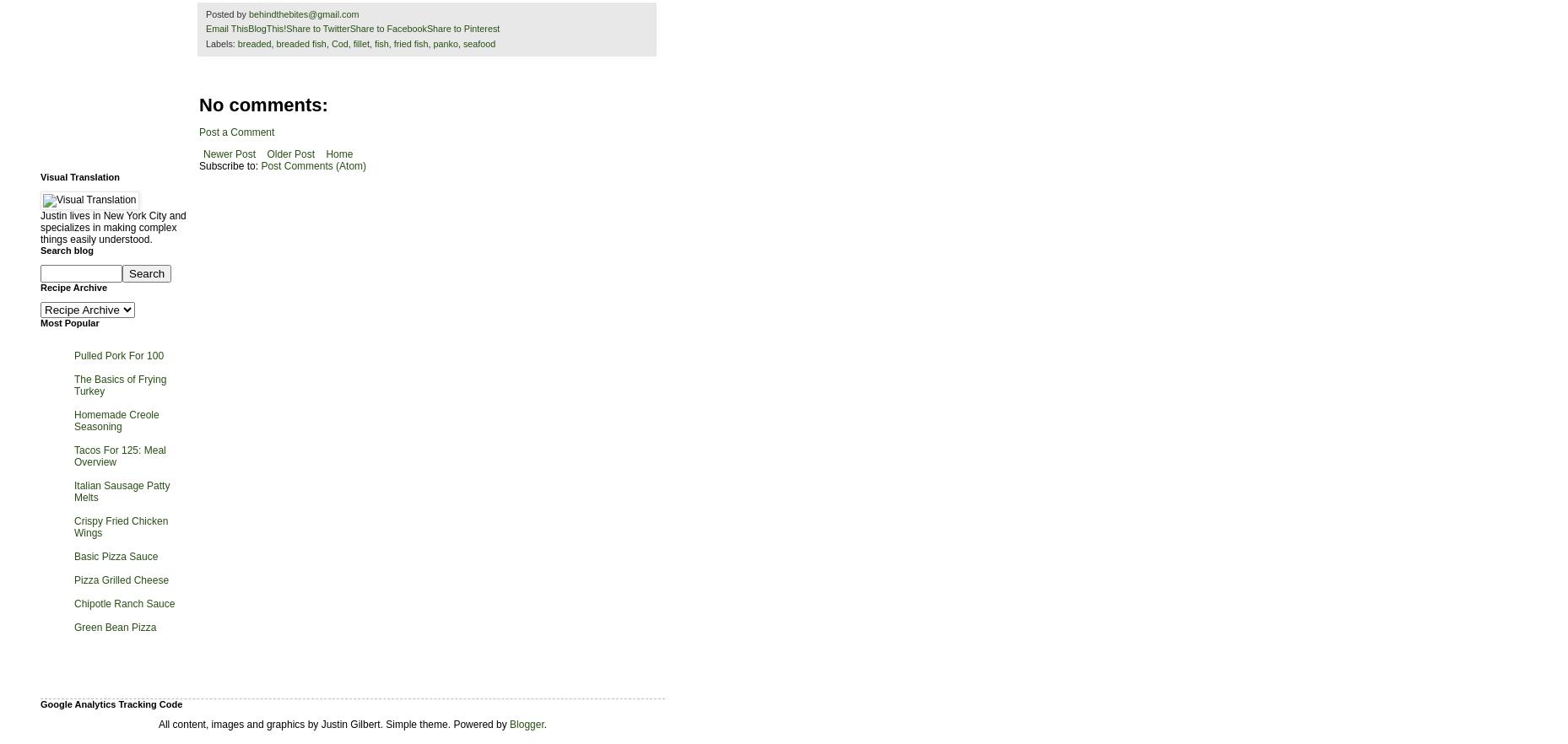  Describe the element at coordinates (313, 164) in the screenshot. I see `'Post Comments (Atom)'` at that location.